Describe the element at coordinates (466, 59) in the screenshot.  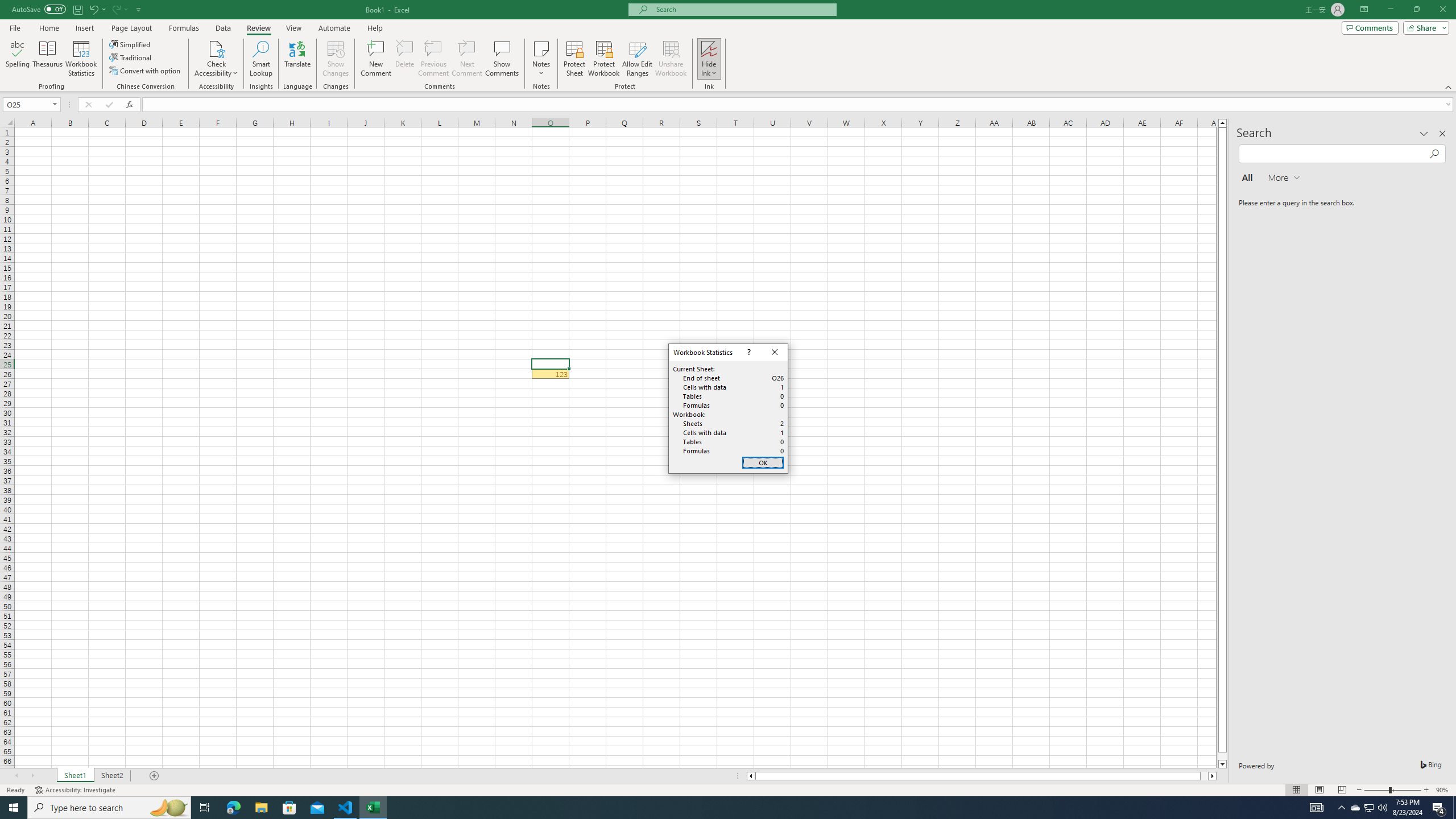
I see `'Next Comment'` at that location.